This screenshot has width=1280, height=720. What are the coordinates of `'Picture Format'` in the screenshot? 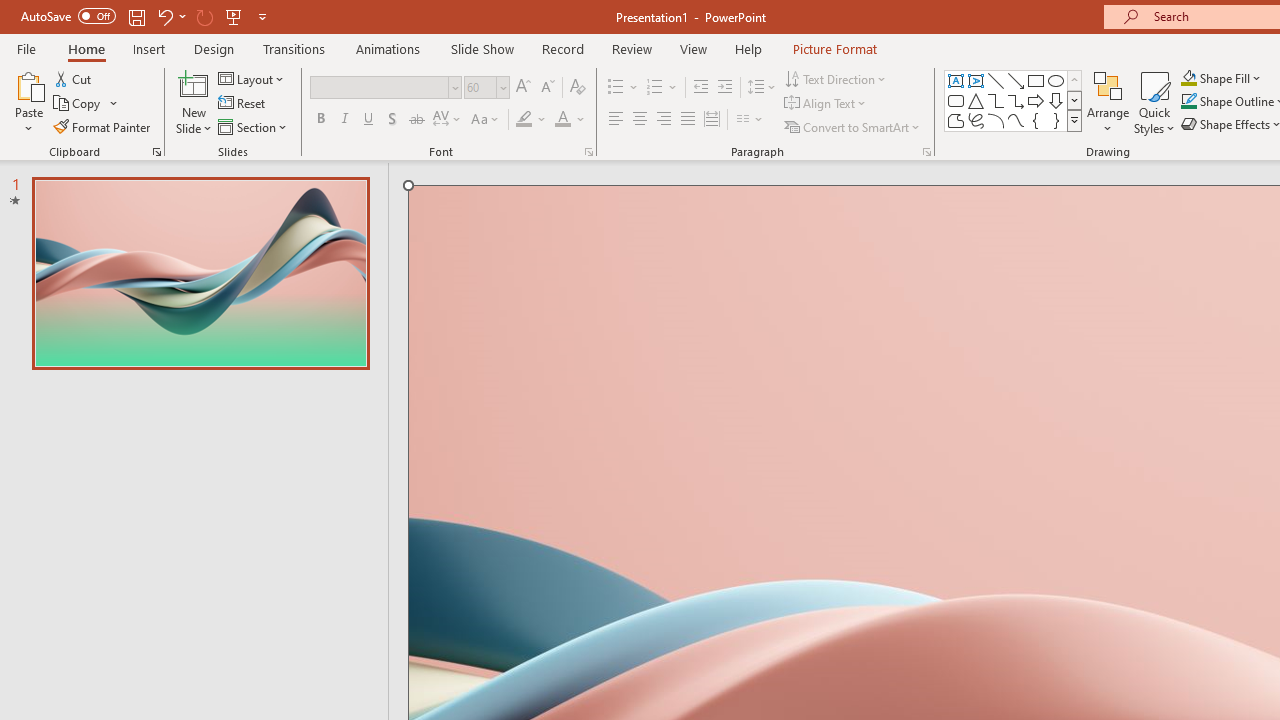 It's located at (835, 48).